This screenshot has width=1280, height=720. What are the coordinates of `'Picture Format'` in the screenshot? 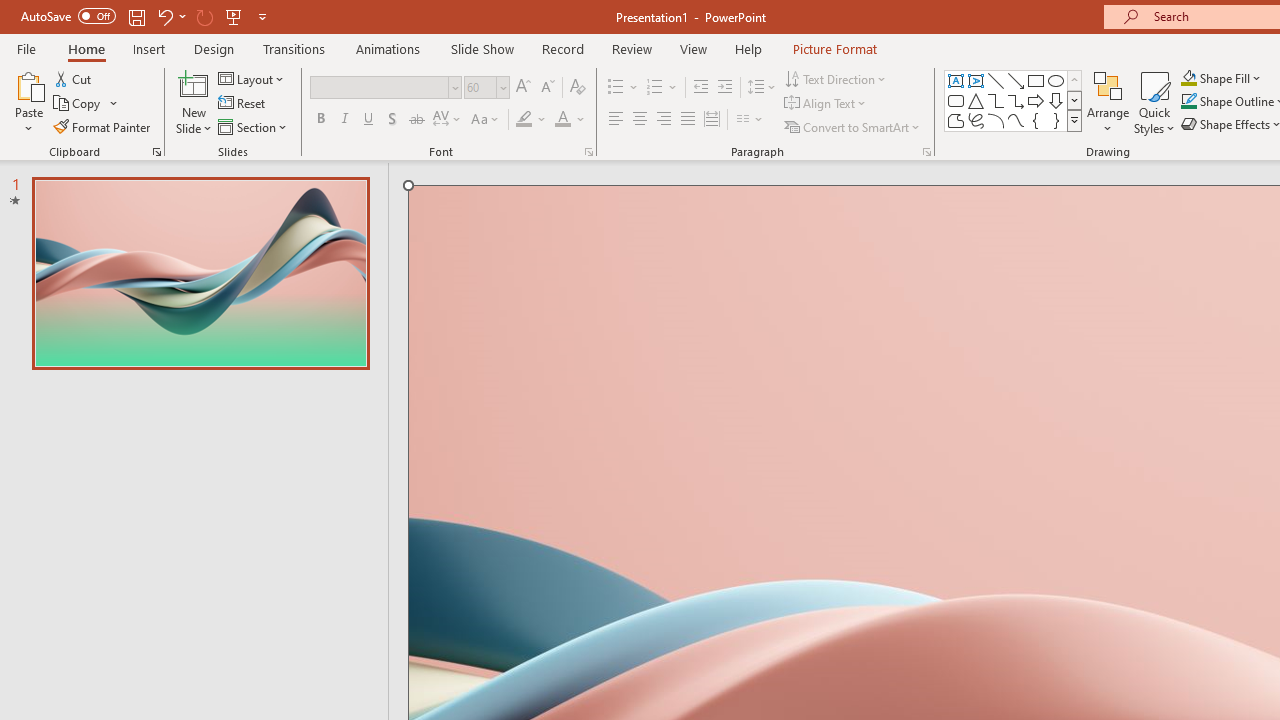 It's located at (835, 48).